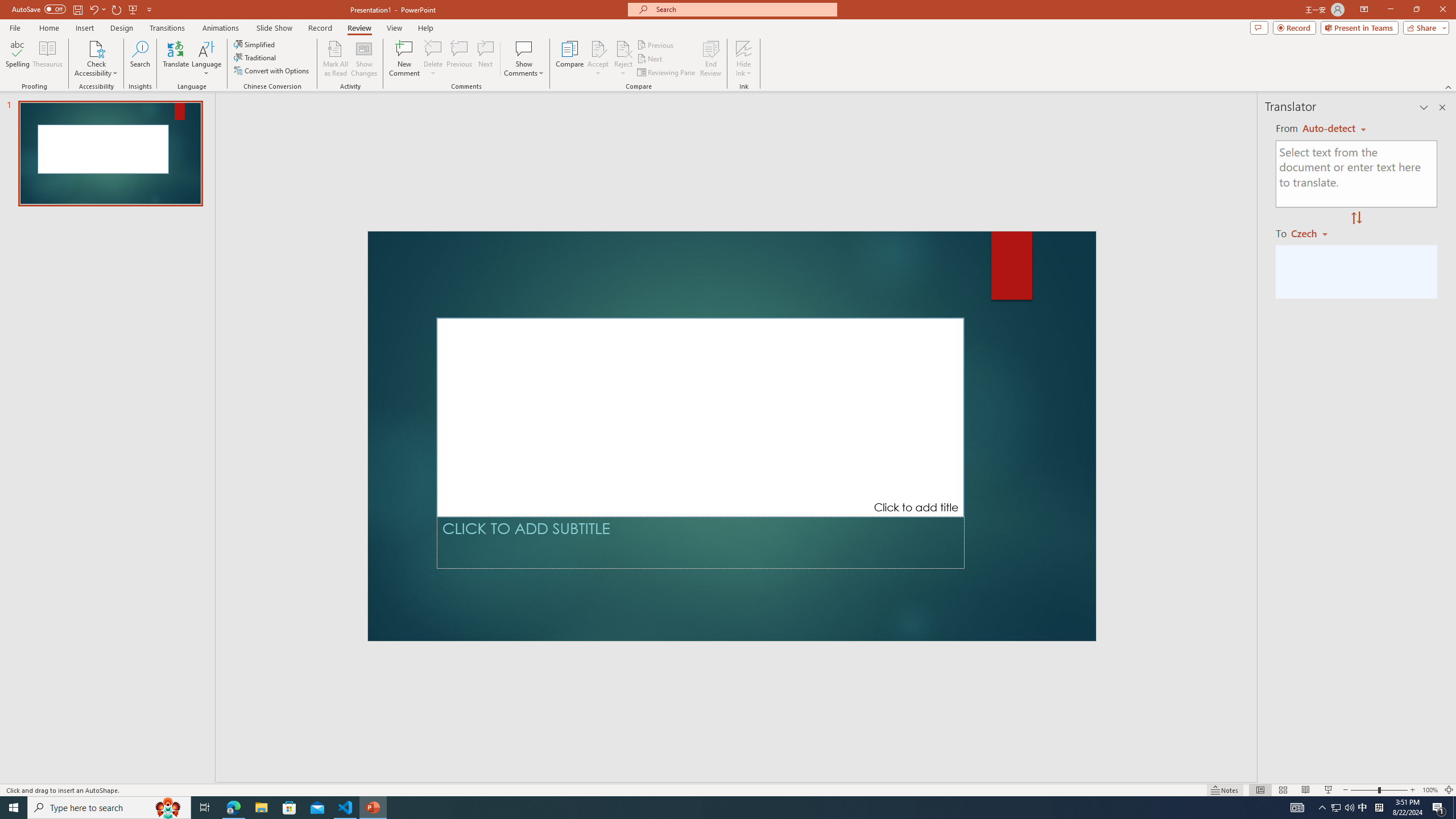 This screenshot has width=1456, height=819. Describe the element at coordinates (336, 59) in the screenshot. I see `'Mark All as Read'` at that location.